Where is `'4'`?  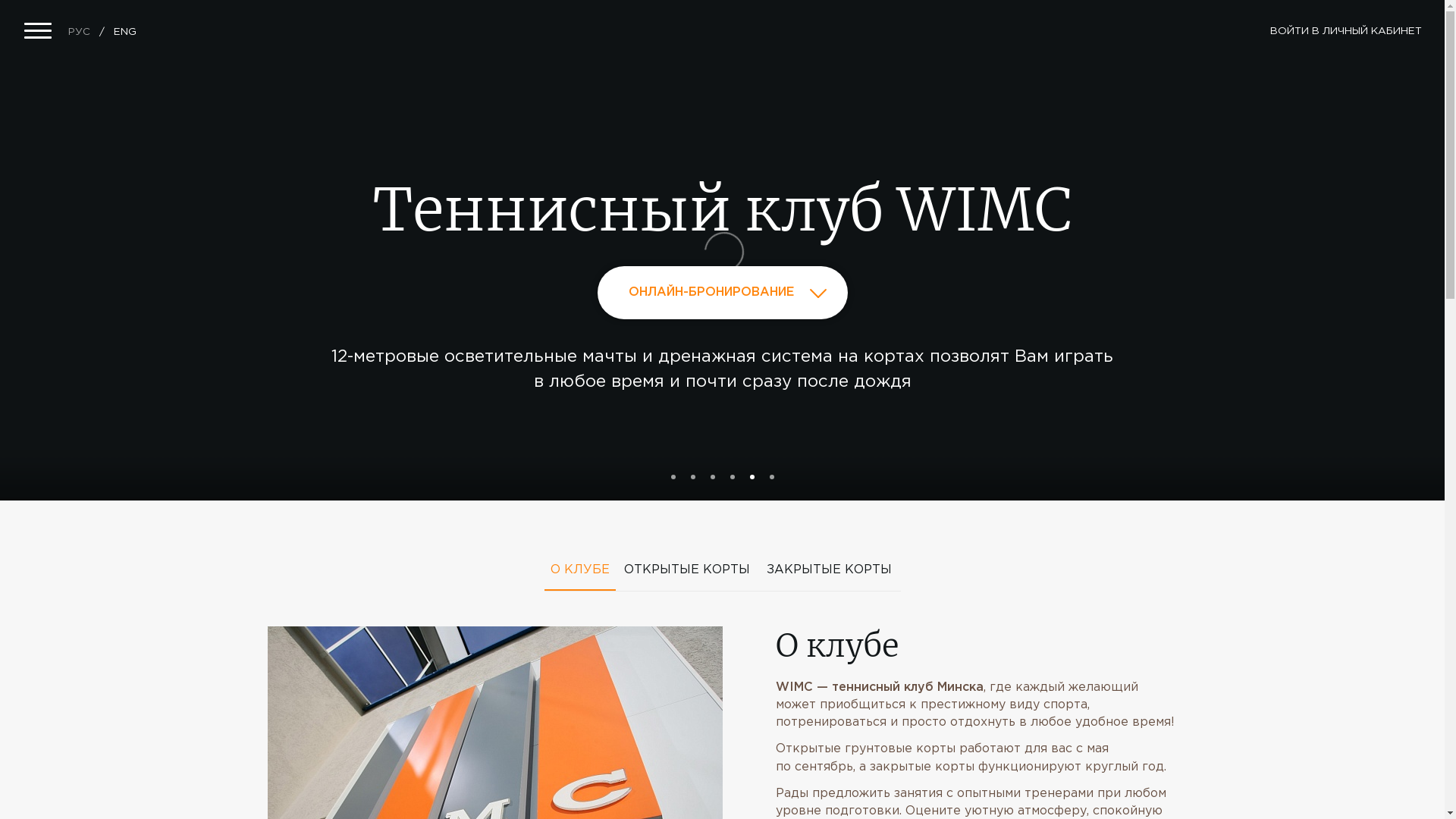
'4' is located at coordinates (729, 475).